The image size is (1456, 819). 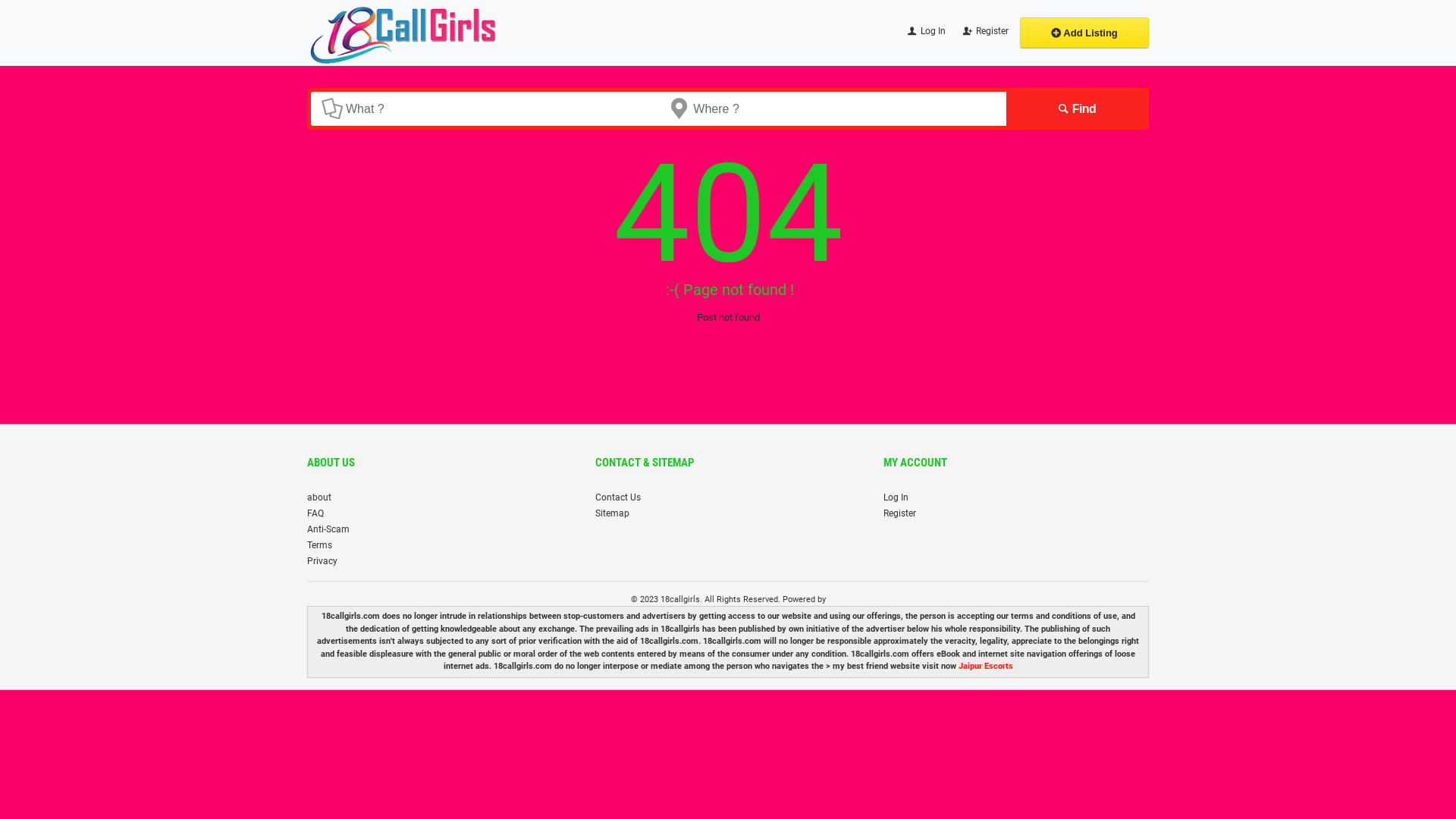 I want to click on 'Sitemap', so click(x=612, y=513).